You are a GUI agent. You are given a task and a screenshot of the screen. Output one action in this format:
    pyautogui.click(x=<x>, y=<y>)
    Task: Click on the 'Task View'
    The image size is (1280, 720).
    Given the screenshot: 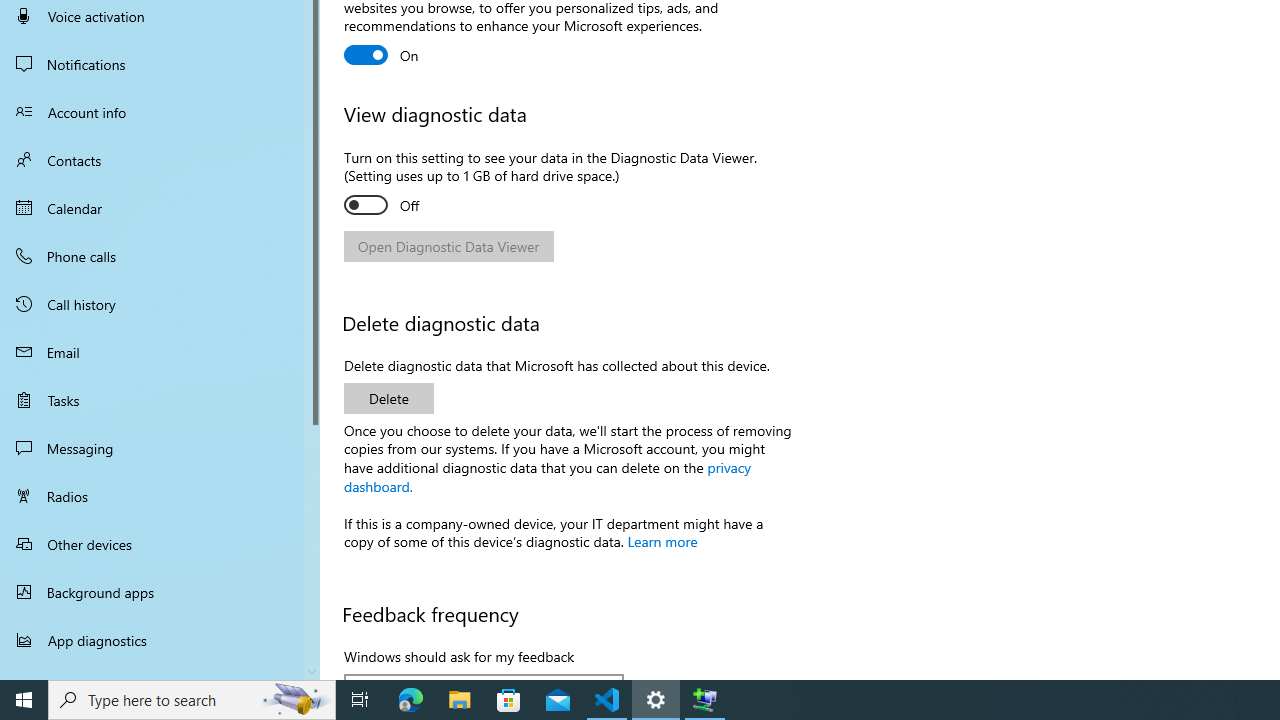 What is the action you would take?
    pyautogui.click(x=359, y=698)
    